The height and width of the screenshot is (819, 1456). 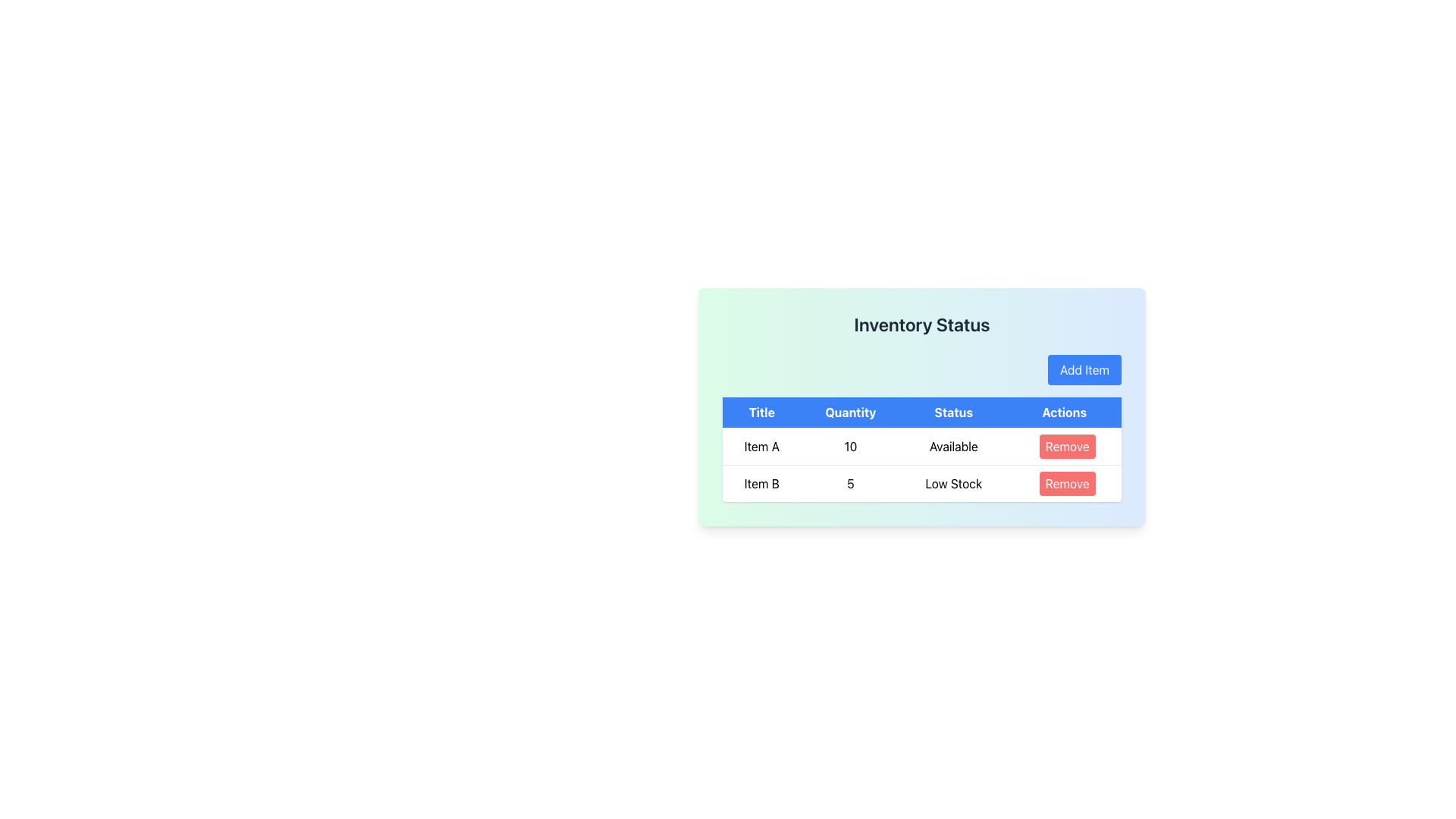 What do you see at coordinates (761, 483) in the screenshot?
I see `the non-interactive text label displaying the title of the second inventory item in the table under the 'Title' column` at bounding box center [761, 483].